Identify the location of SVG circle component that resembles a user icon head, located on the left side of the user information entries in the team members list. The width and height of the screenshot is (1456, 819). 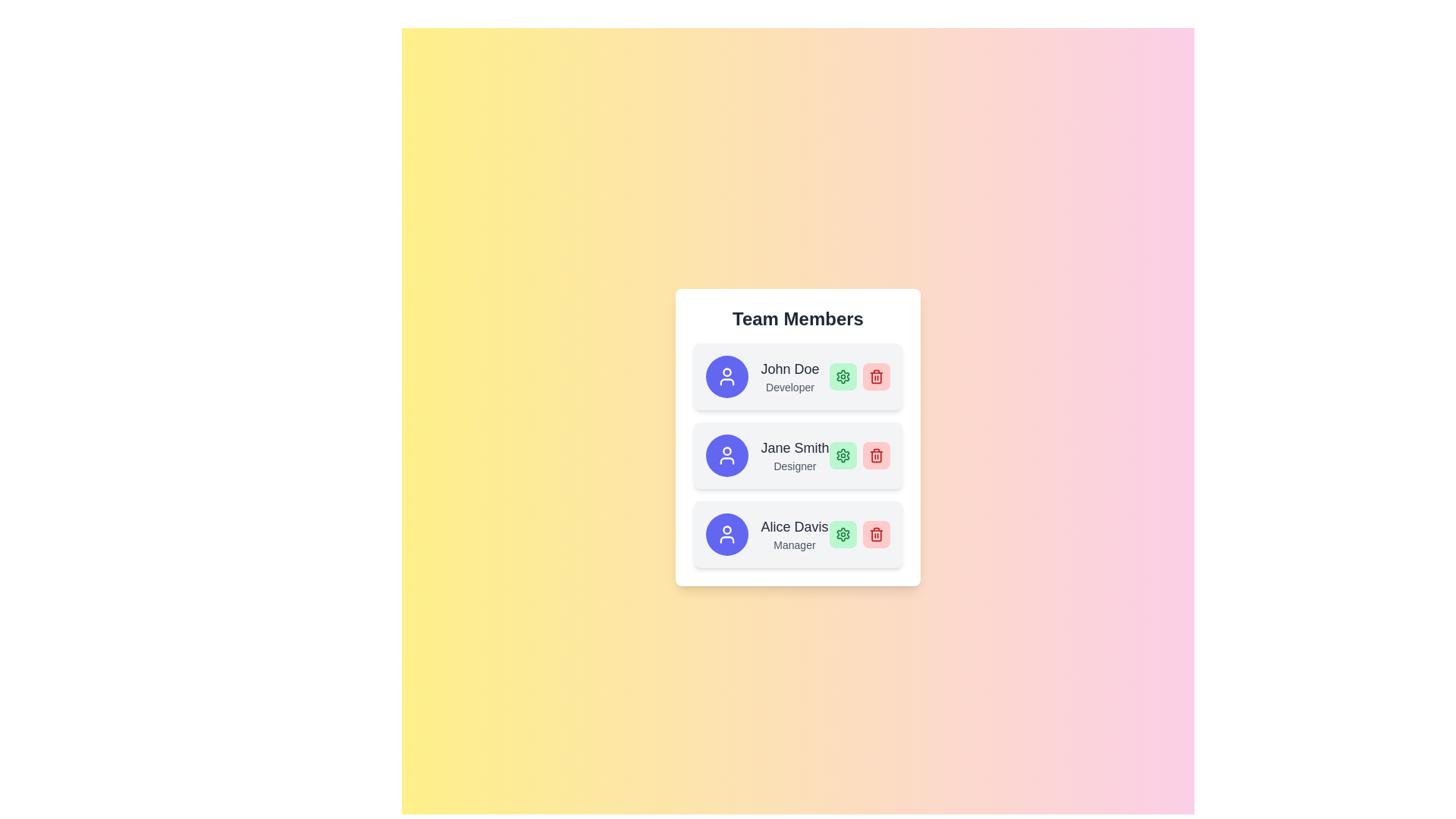
(726, 372).